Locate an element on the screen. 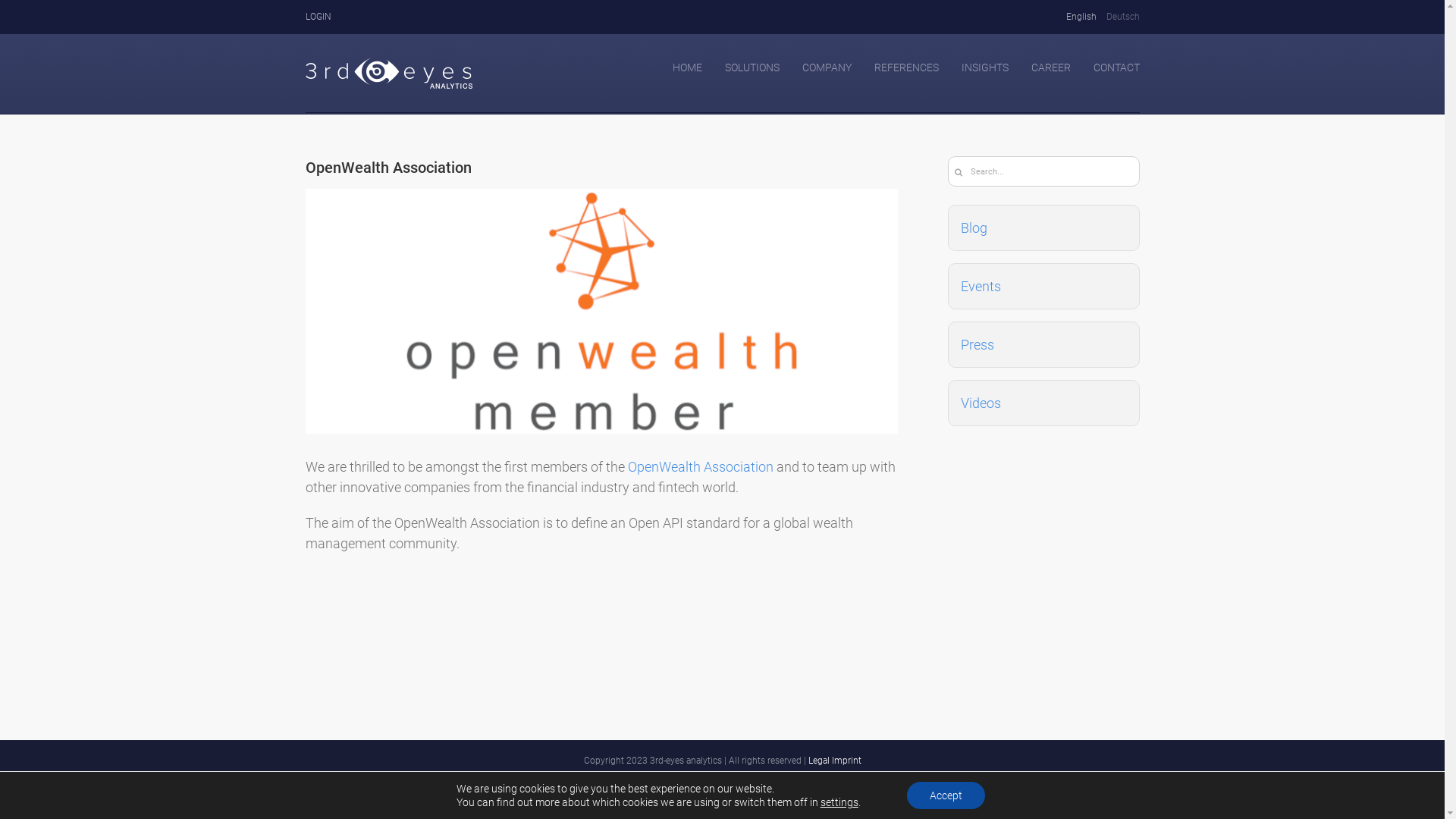  'HOME' is located at coordinates (671, 65).